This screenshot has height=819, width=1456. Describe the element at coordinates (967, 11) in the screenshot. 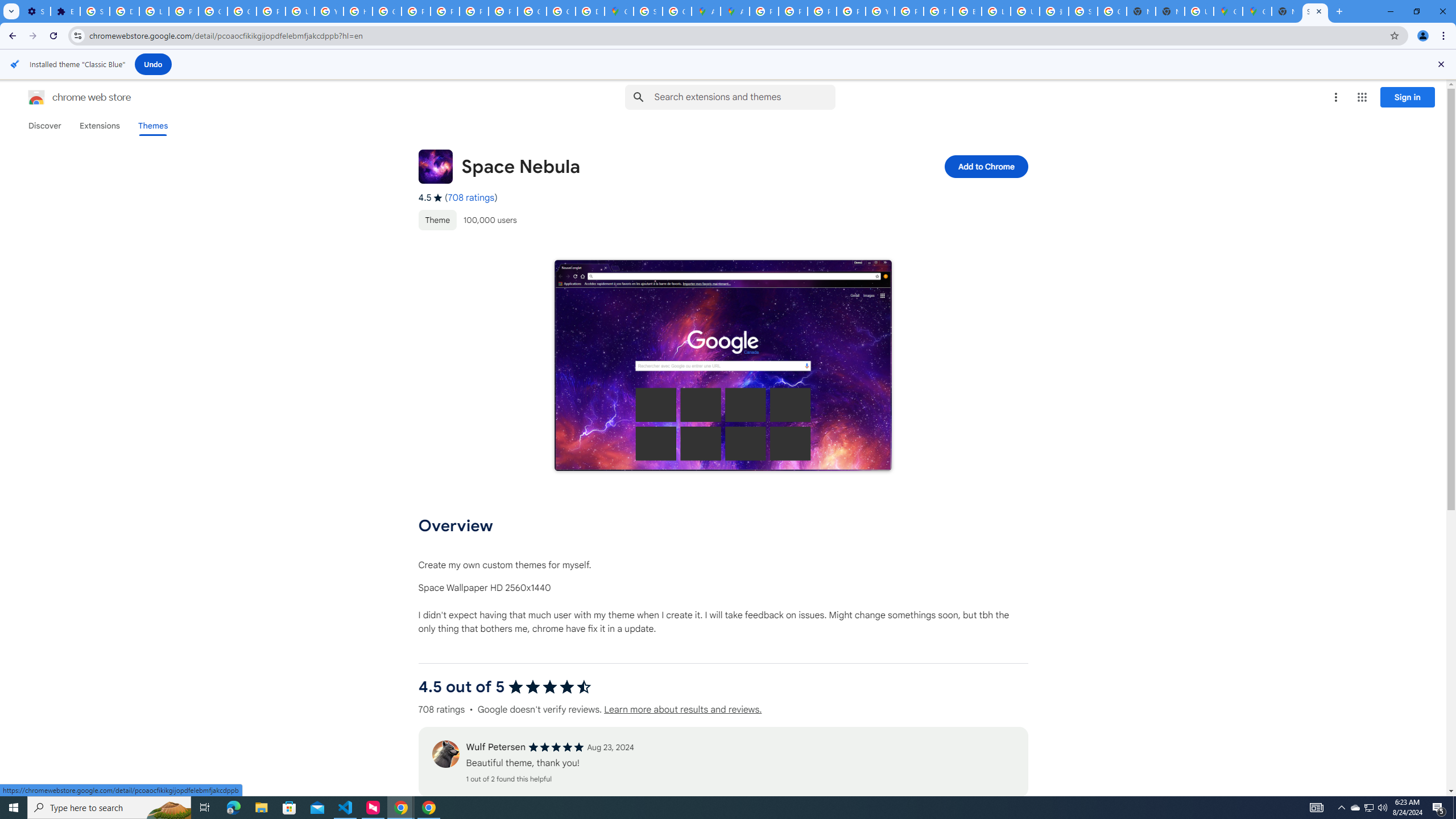

I see `'Browse Chrome as a guest - Computer - Google Chrome Help'` at that location.